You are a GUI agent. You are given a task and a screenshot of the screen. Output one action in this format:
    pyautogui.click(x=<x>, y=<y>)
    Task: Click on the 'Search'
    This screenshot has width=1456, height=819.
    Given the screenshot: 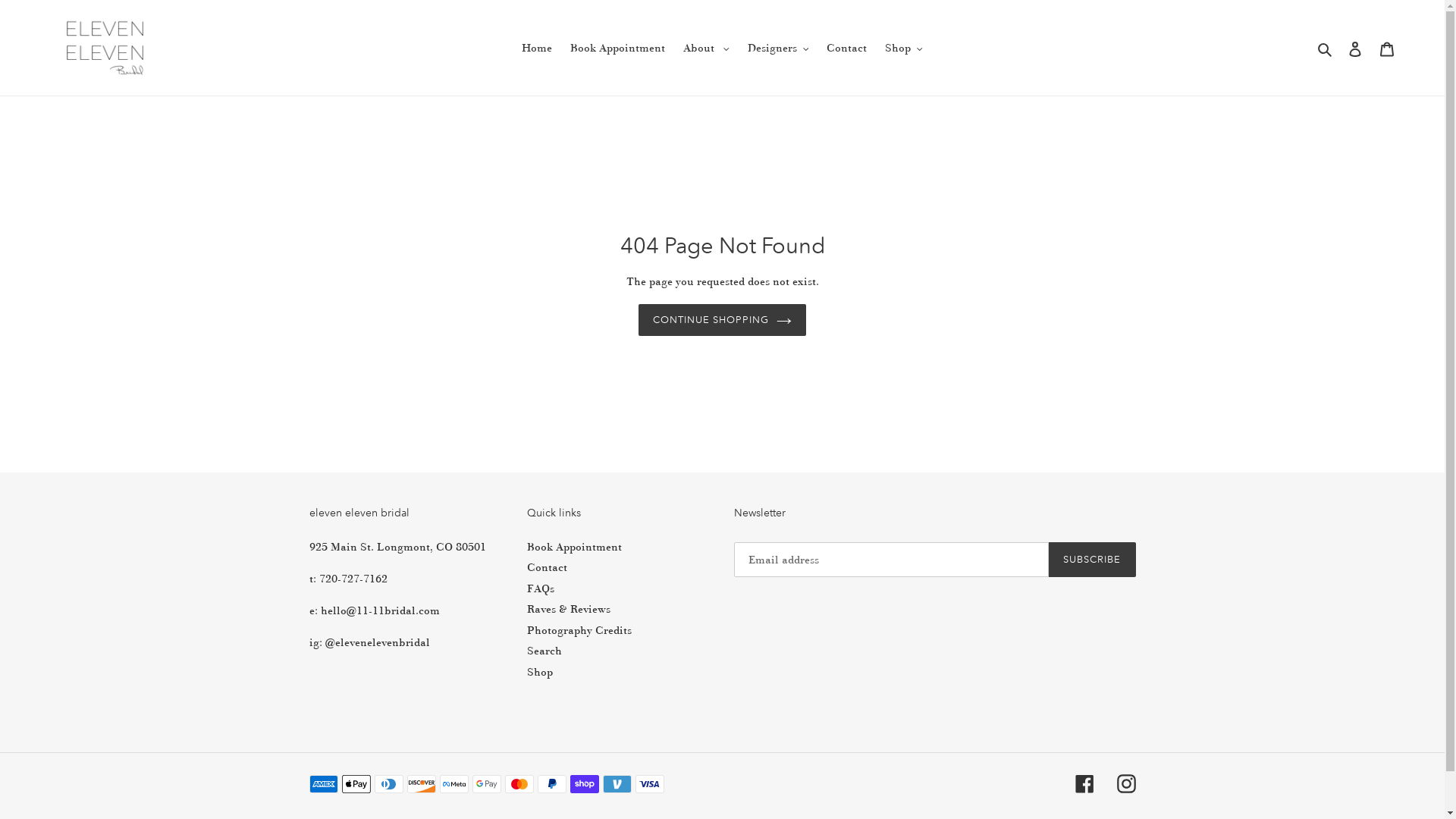 What is the action you would take?
    pyautogui.click(x=527, y=649)
    